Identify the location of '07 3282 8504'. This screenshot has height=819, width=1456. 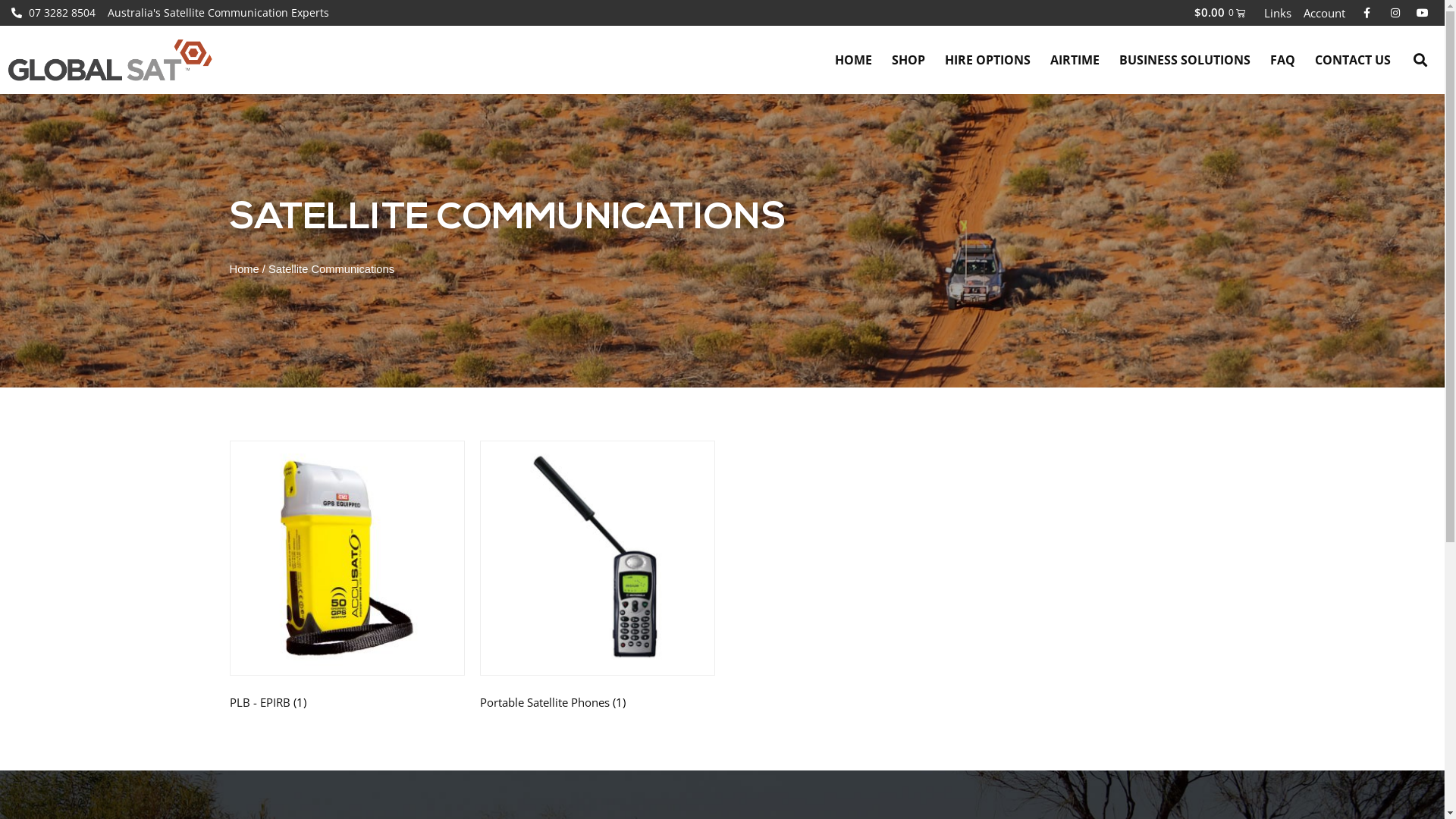
(11, 12).